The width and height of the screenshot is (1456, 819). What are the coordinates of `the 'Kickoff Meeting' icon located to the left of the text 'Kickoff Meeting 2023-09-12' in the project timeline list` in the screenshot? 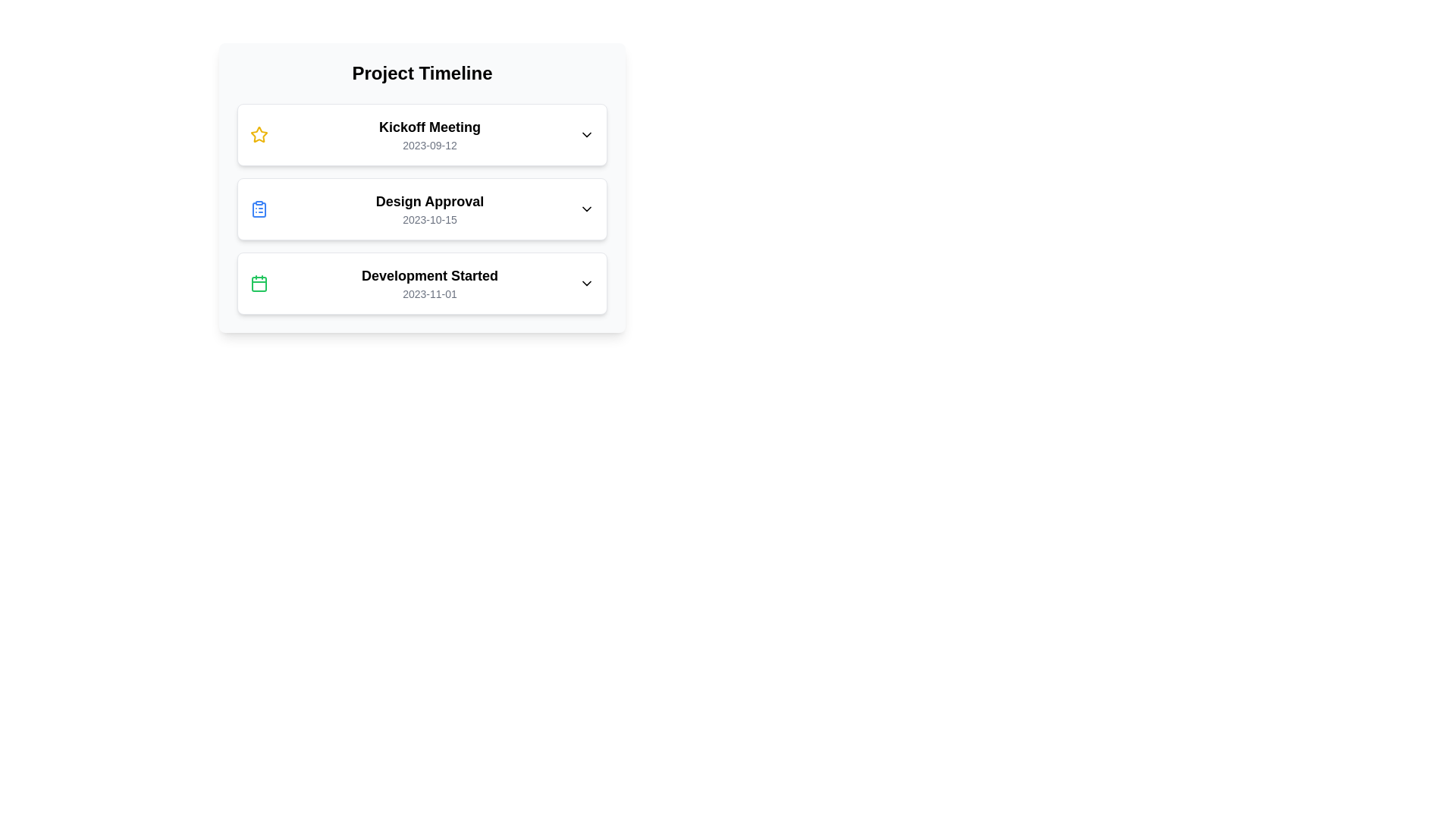 It's located at (259, 133).